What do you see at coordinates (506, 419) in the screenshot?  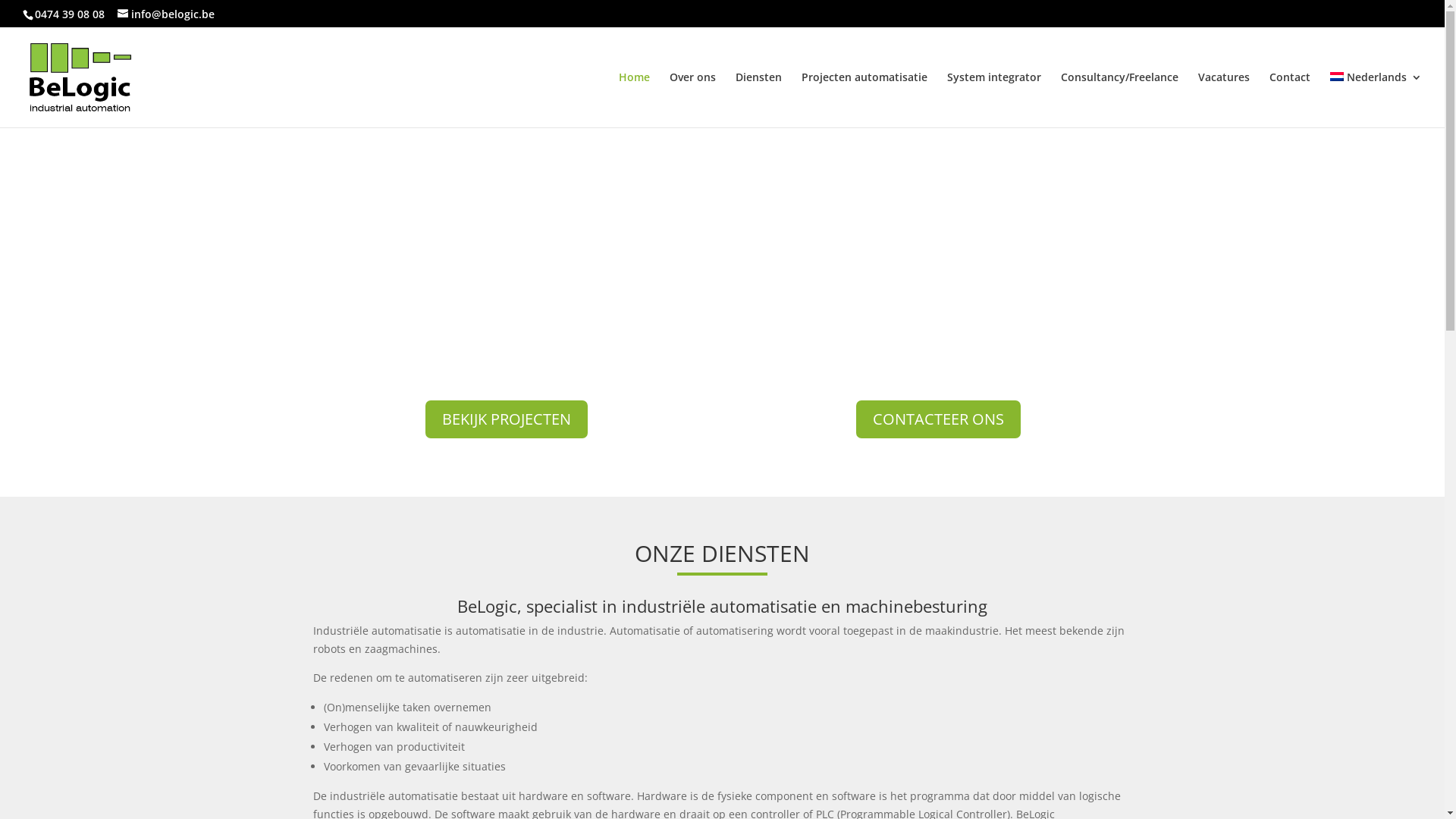 I see `'BEKIJK PROJECTEN'` at bounding box center [506, 419].